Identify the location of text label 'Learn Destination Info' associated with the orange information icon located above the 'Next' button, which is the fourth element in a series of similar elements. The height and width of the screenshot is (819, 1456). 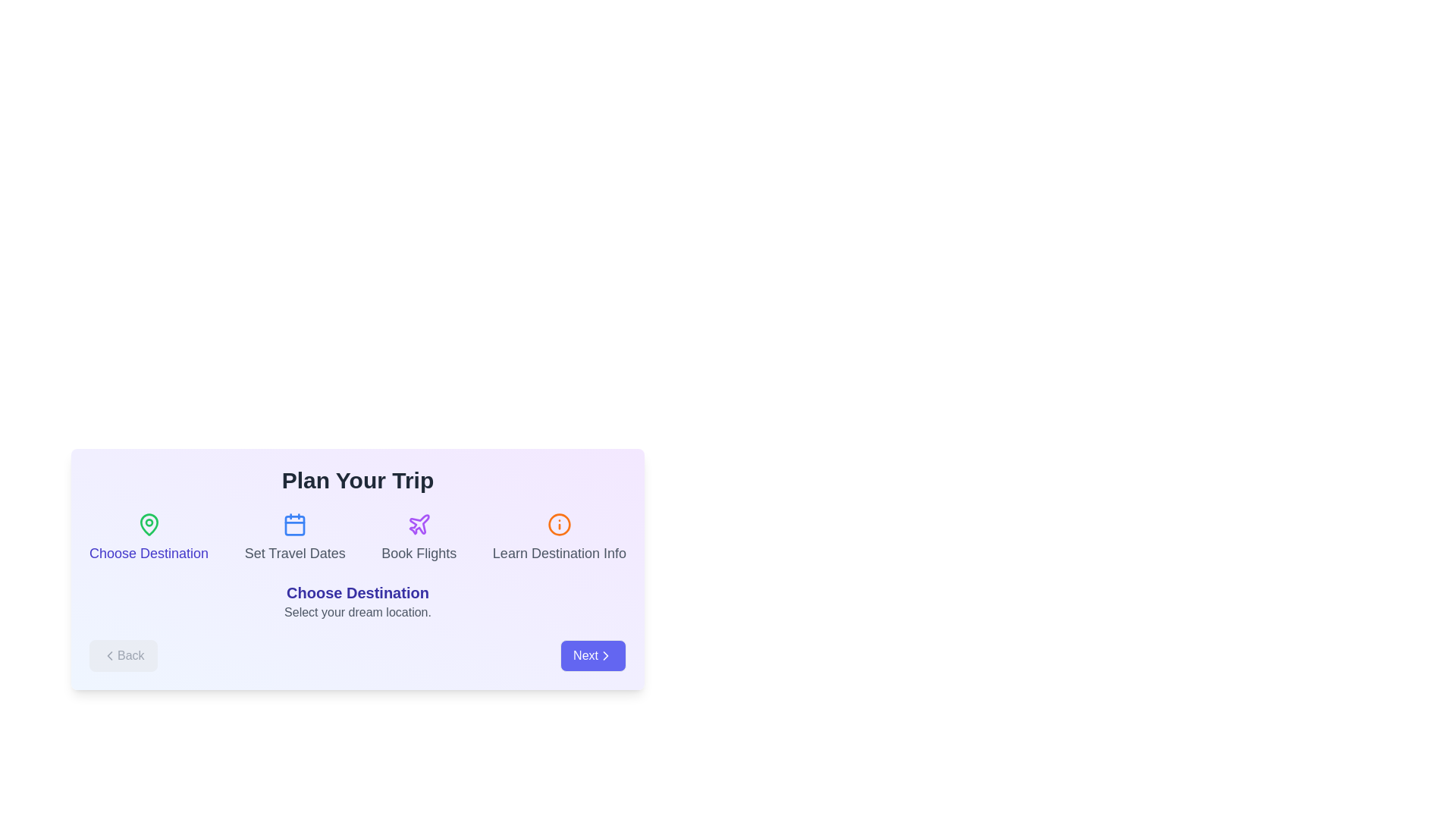
(558, 537).